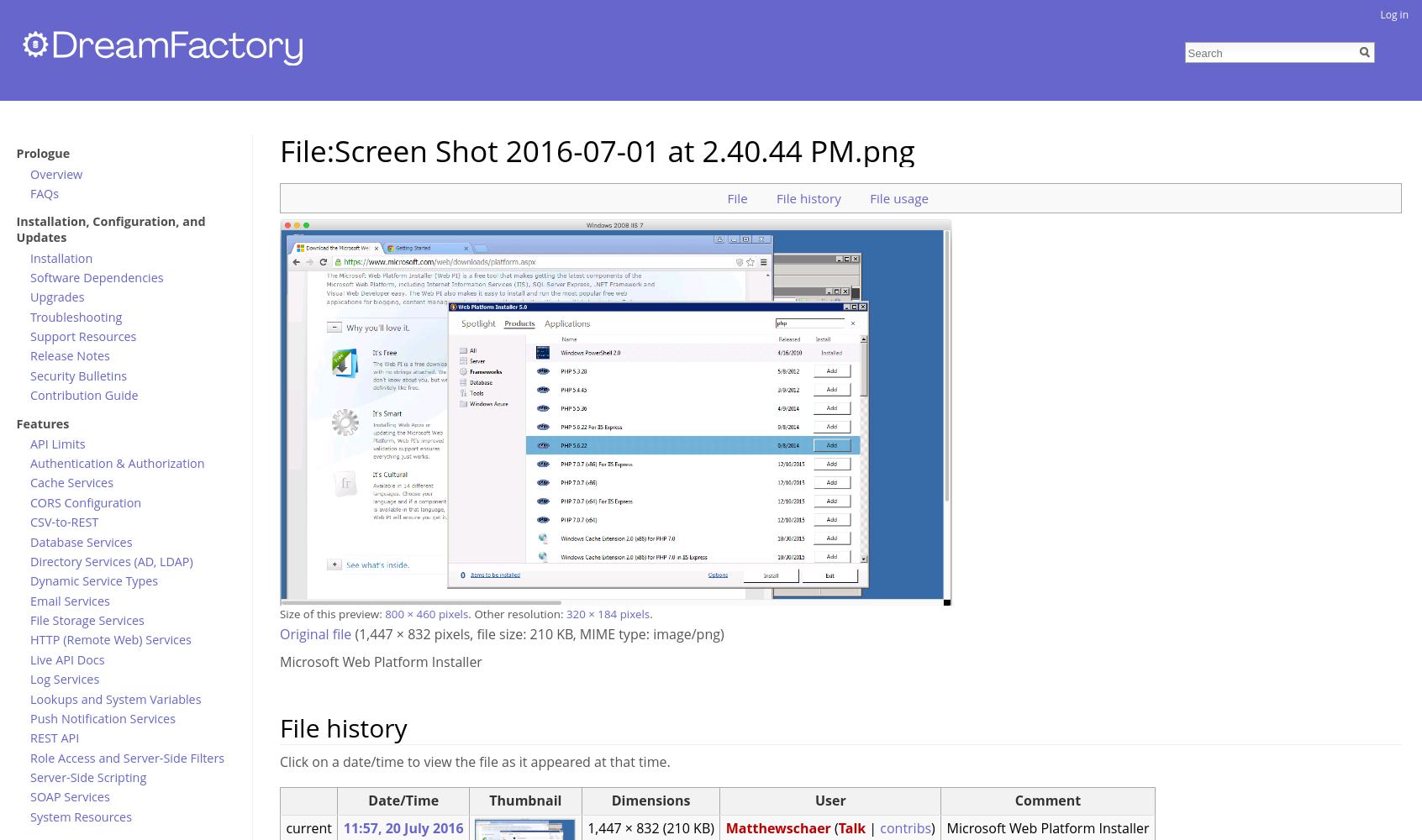 This screenshot has height=840, width=1422. What do you see at coordinates (835, 827) in the screenshot?
I see `'('` at bounding box center [835, 827].